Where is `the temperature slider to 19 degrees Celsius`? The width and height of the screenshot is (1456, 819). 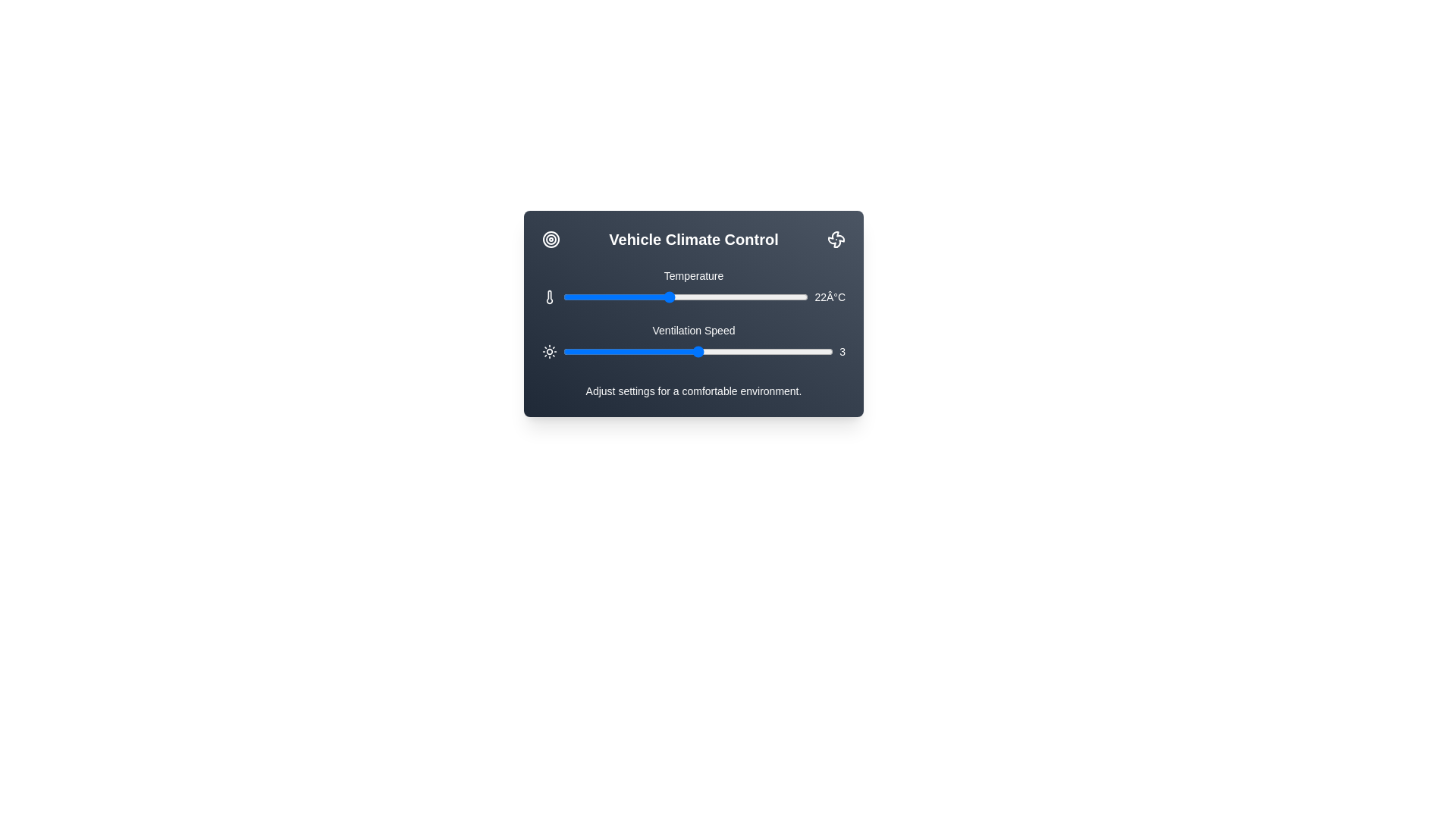
the temperature slider to 19 degrees Celsius is located at coordinates (616, 297).